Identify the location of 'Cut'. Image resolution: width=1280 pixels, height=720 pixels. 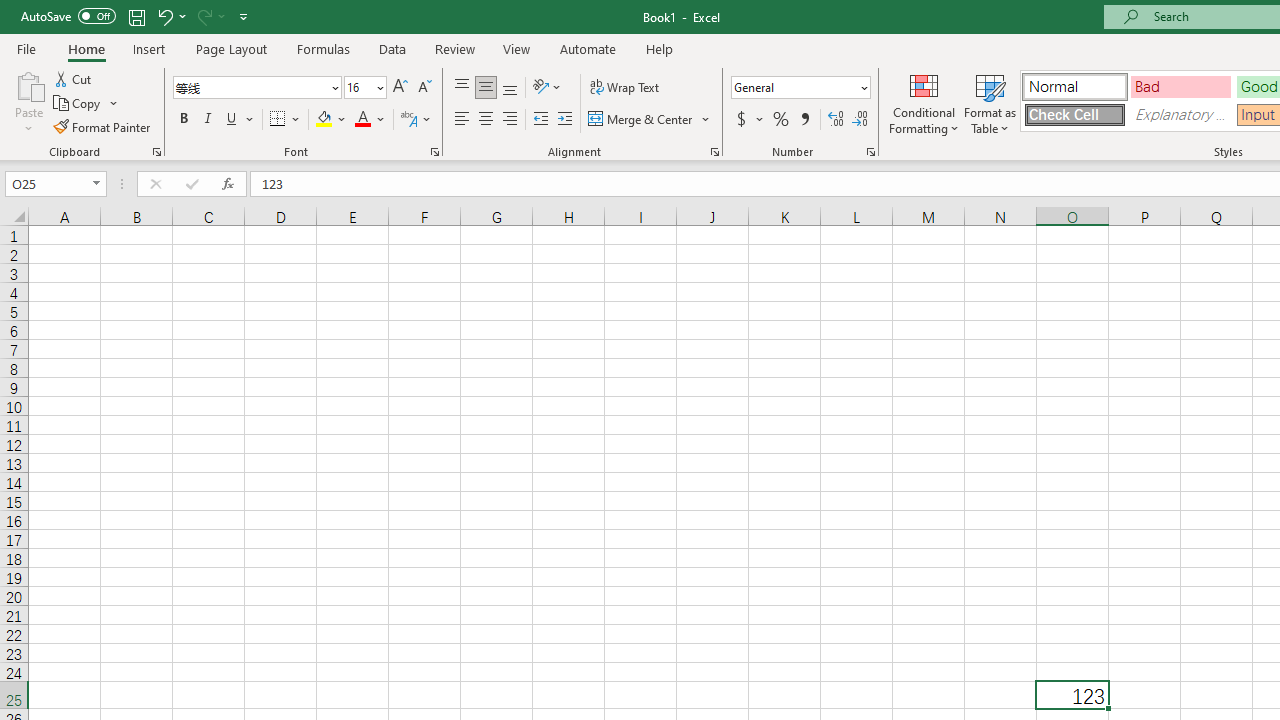
(74, 78).